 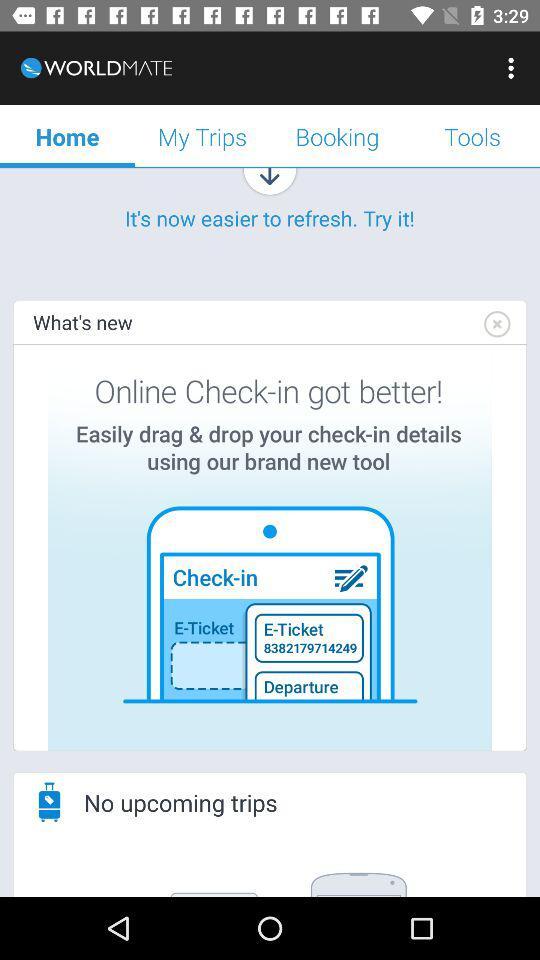 I want to click on app next to the booking icon, so click(x=513, y=68).